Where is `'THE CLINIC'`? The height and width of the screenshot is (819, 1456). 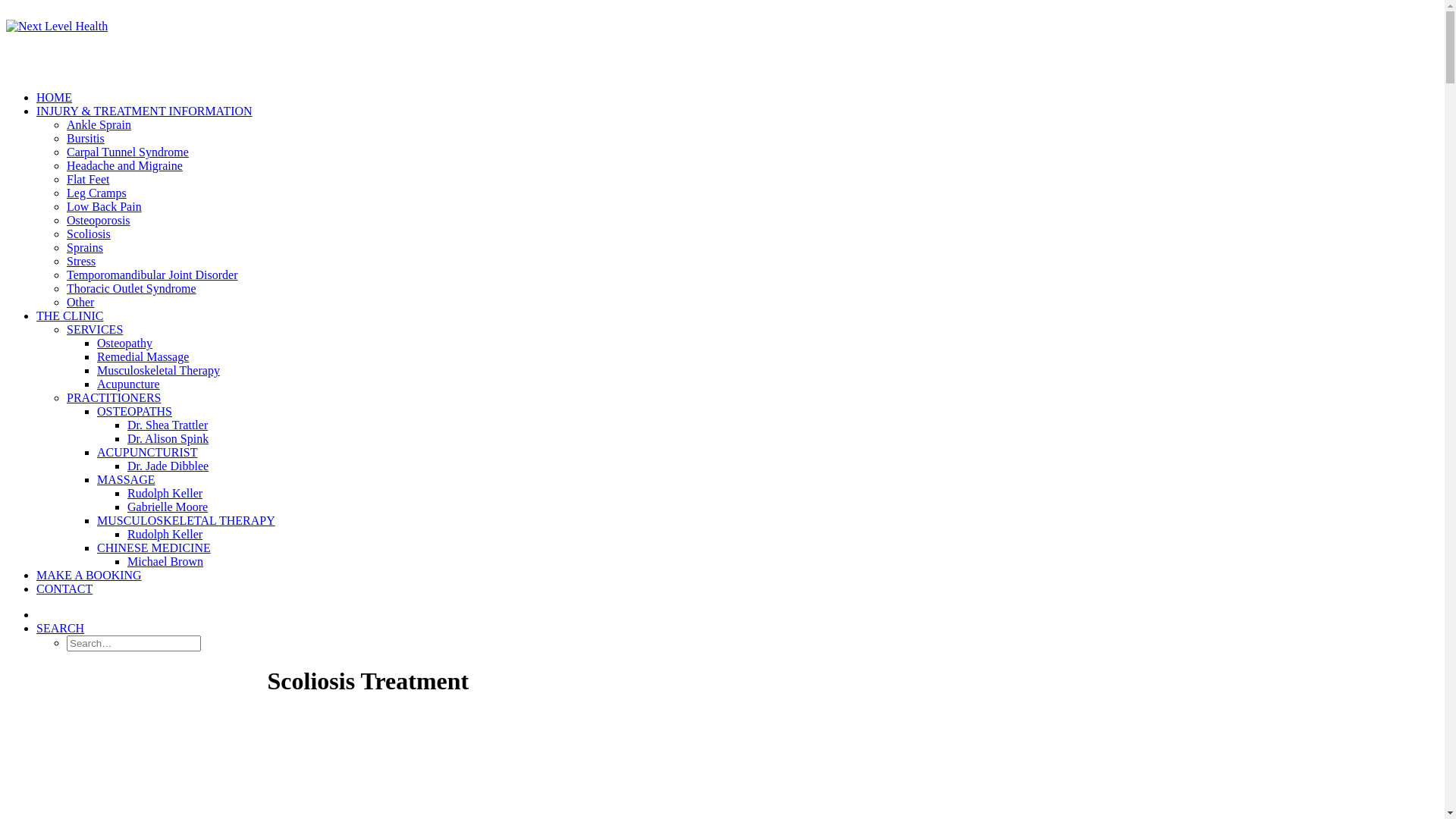
'THE CLINIC' is located at coordinates (68, 315).